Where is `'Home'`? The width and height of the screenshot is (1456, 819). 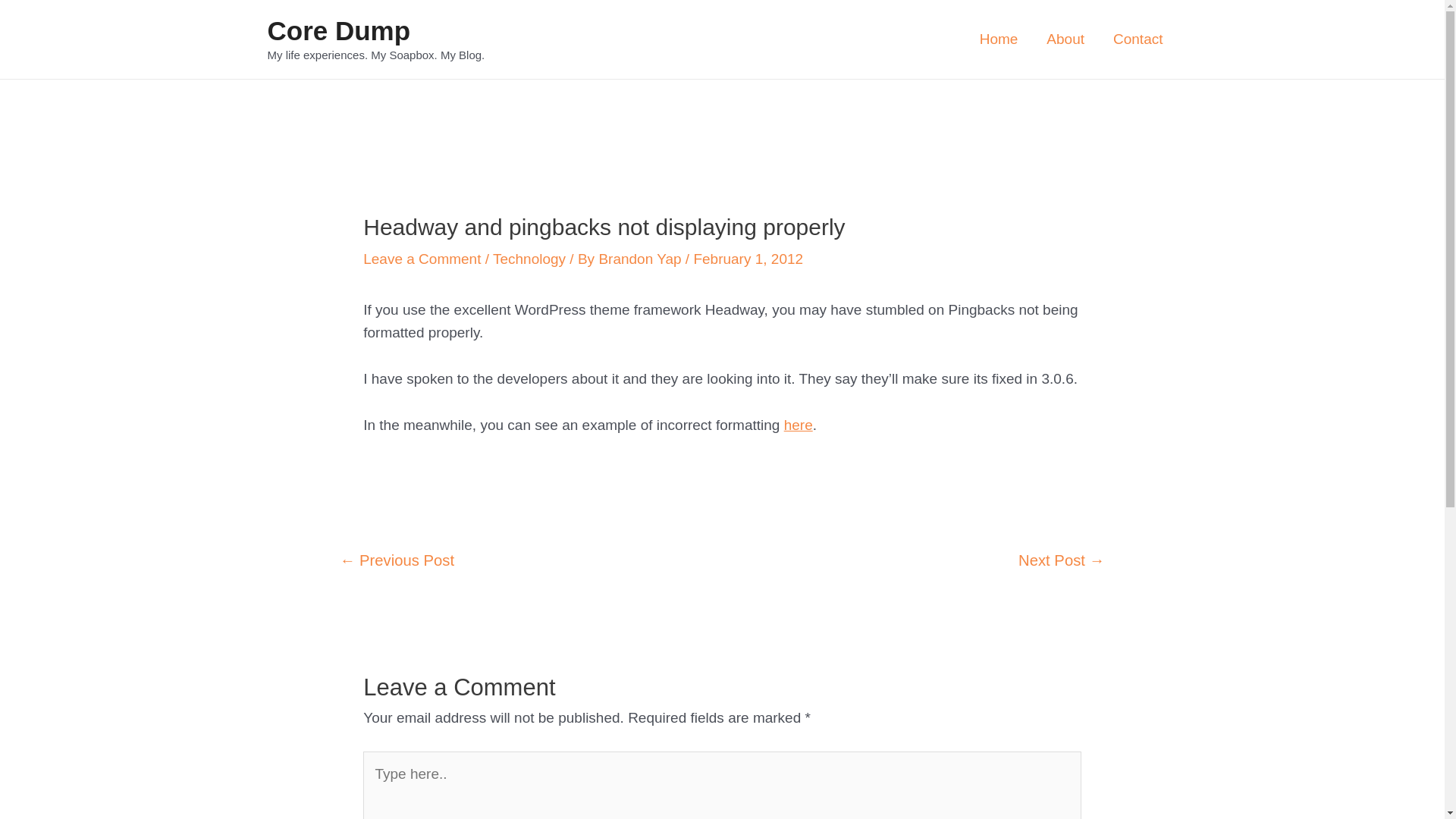
'Home' is located at coordinates (999, 38).